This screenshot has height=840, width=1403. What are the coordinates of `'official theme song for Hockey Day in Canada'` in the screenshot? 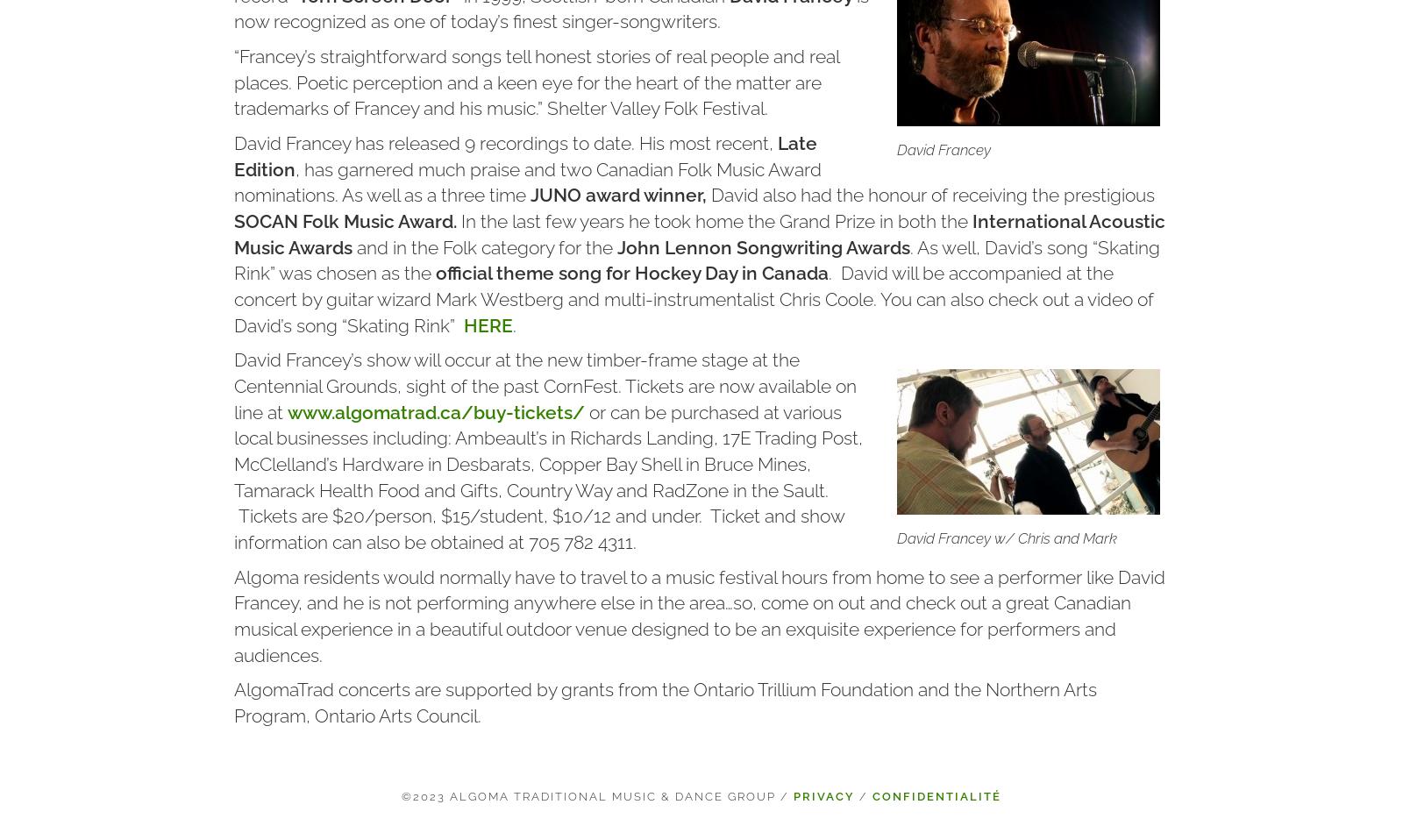 It's located at (631, 273).